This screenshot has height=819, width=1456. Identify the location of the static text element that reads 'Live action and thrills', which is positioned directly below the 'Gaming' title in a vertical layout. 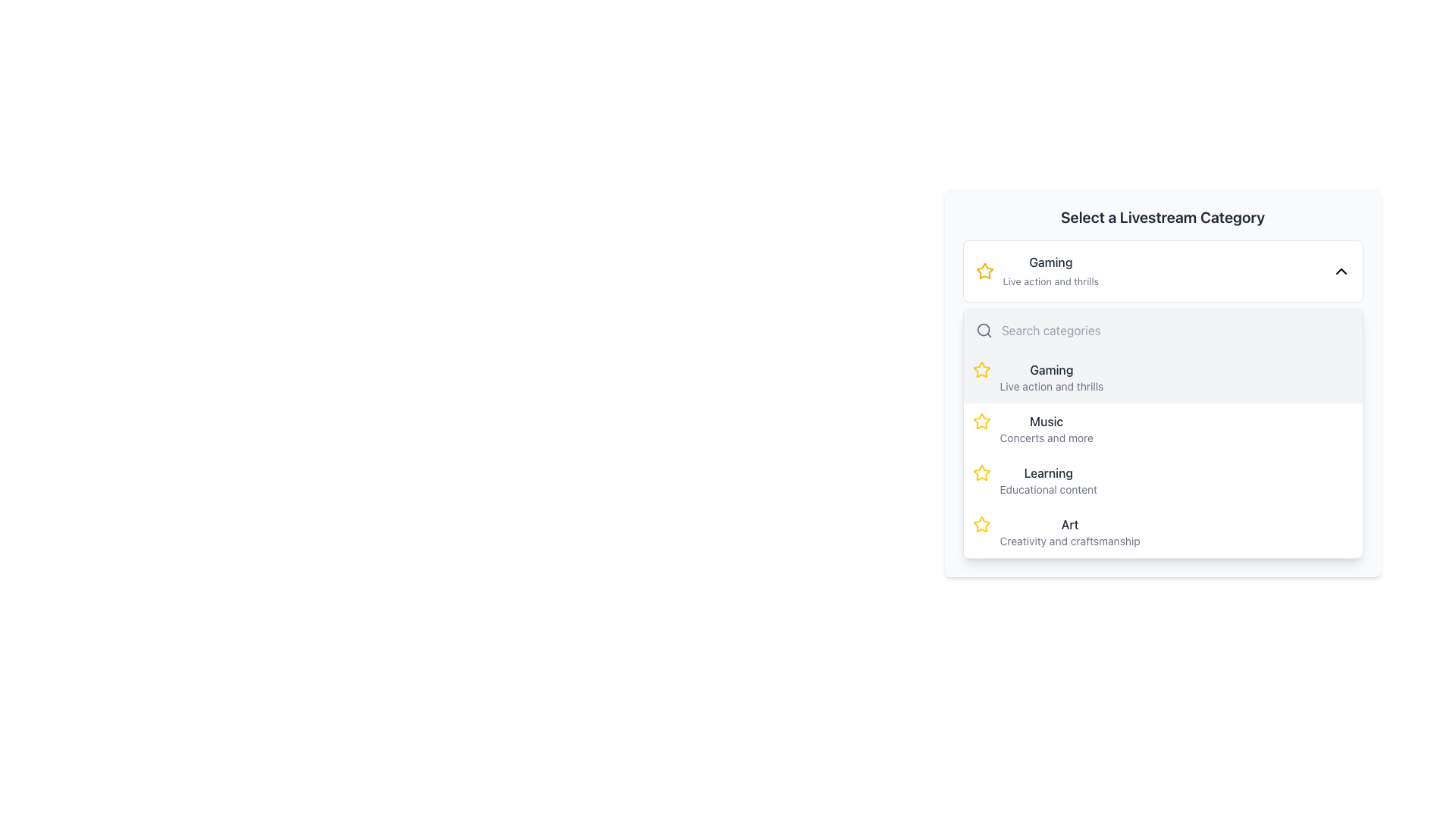
(1050, 385).